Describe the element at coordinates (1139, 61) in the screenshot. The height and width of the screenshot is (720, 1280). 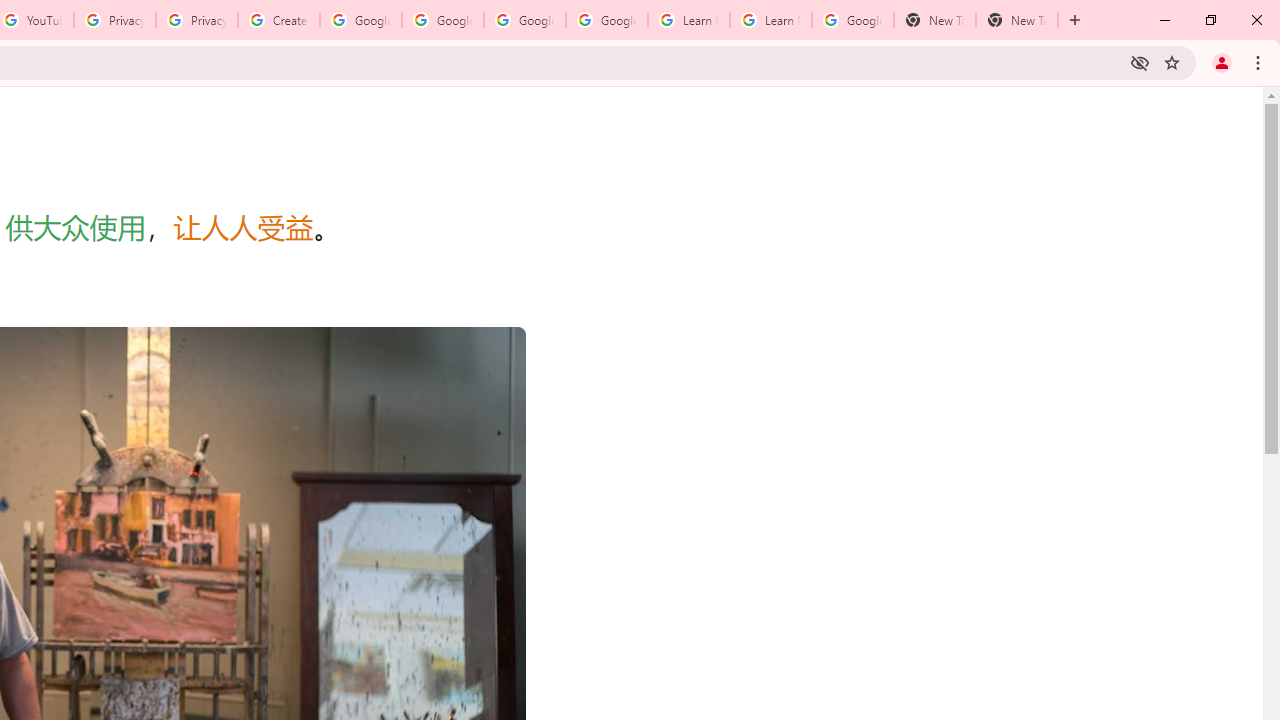
I see `'Third-party cookies blocked'` at that location.